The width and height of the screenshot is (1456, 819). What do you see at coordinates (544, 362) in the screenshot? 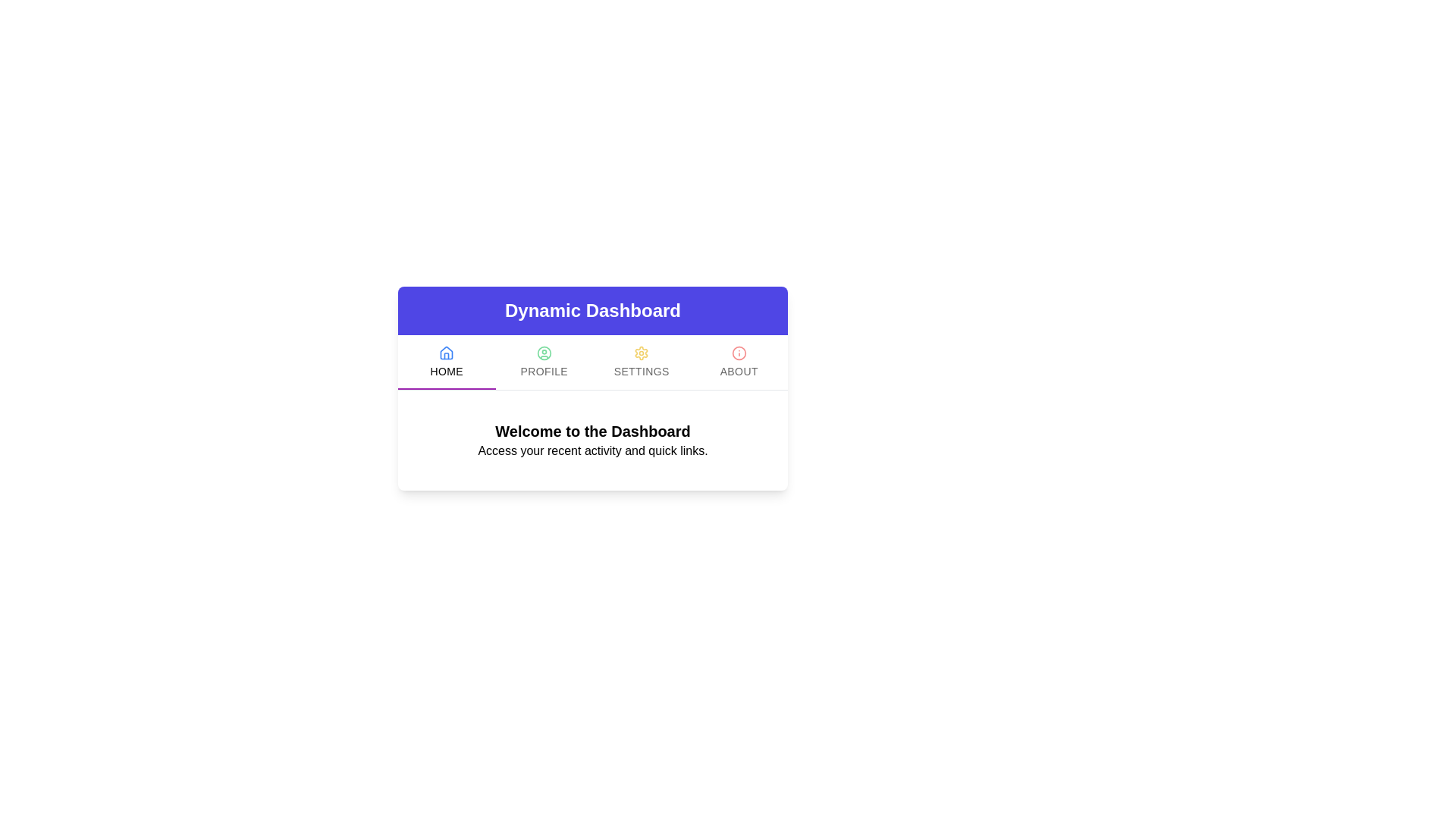
I see `the green circular user profile icon labeled 'Profile', which is the second tab in the horizontal tab panel` at bounding box center [544, 362].